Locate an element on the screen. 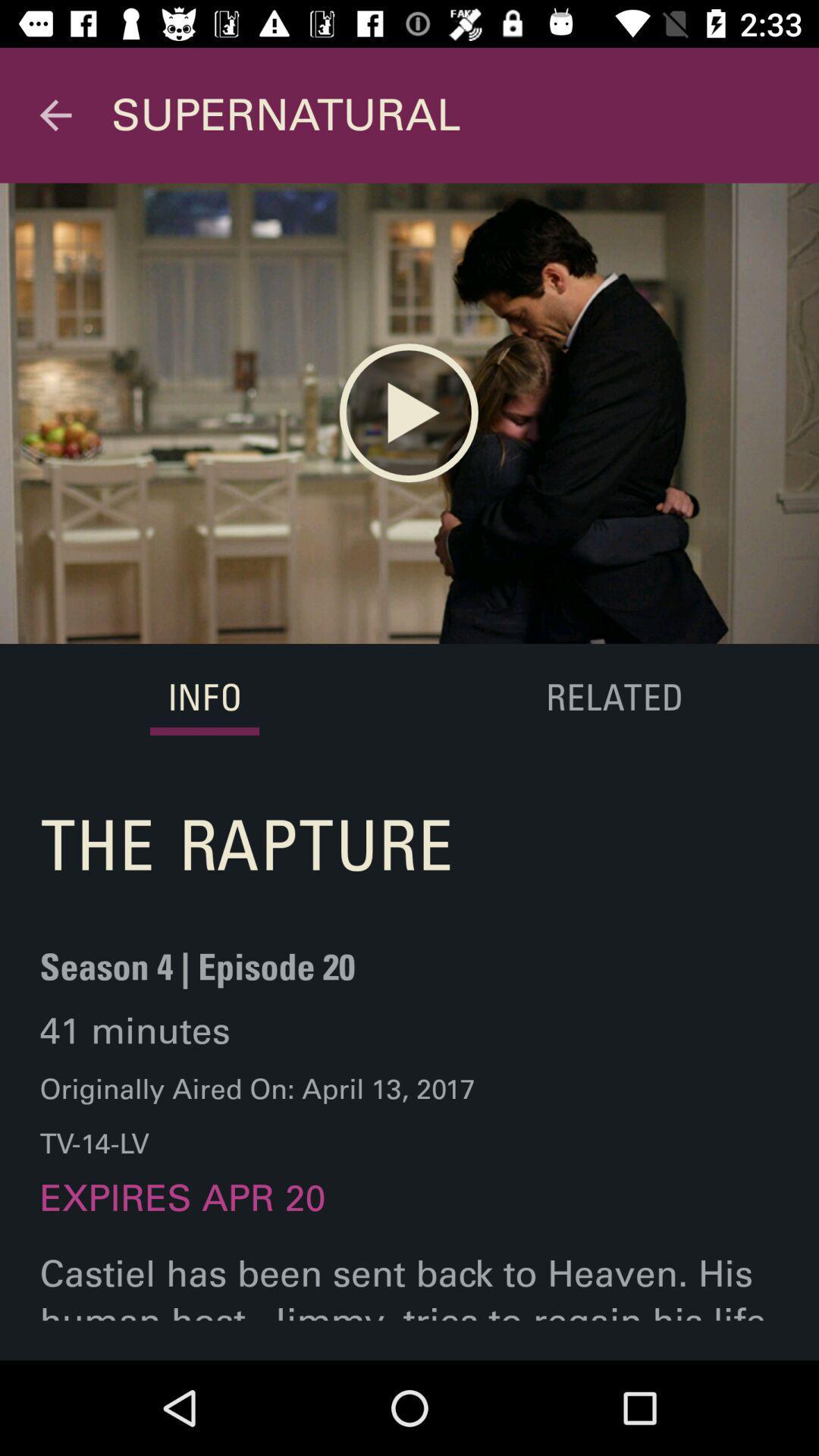 This screenshot has width=819, height=1456. icon to the left of supernatural item is located at coordinates (55, 115).